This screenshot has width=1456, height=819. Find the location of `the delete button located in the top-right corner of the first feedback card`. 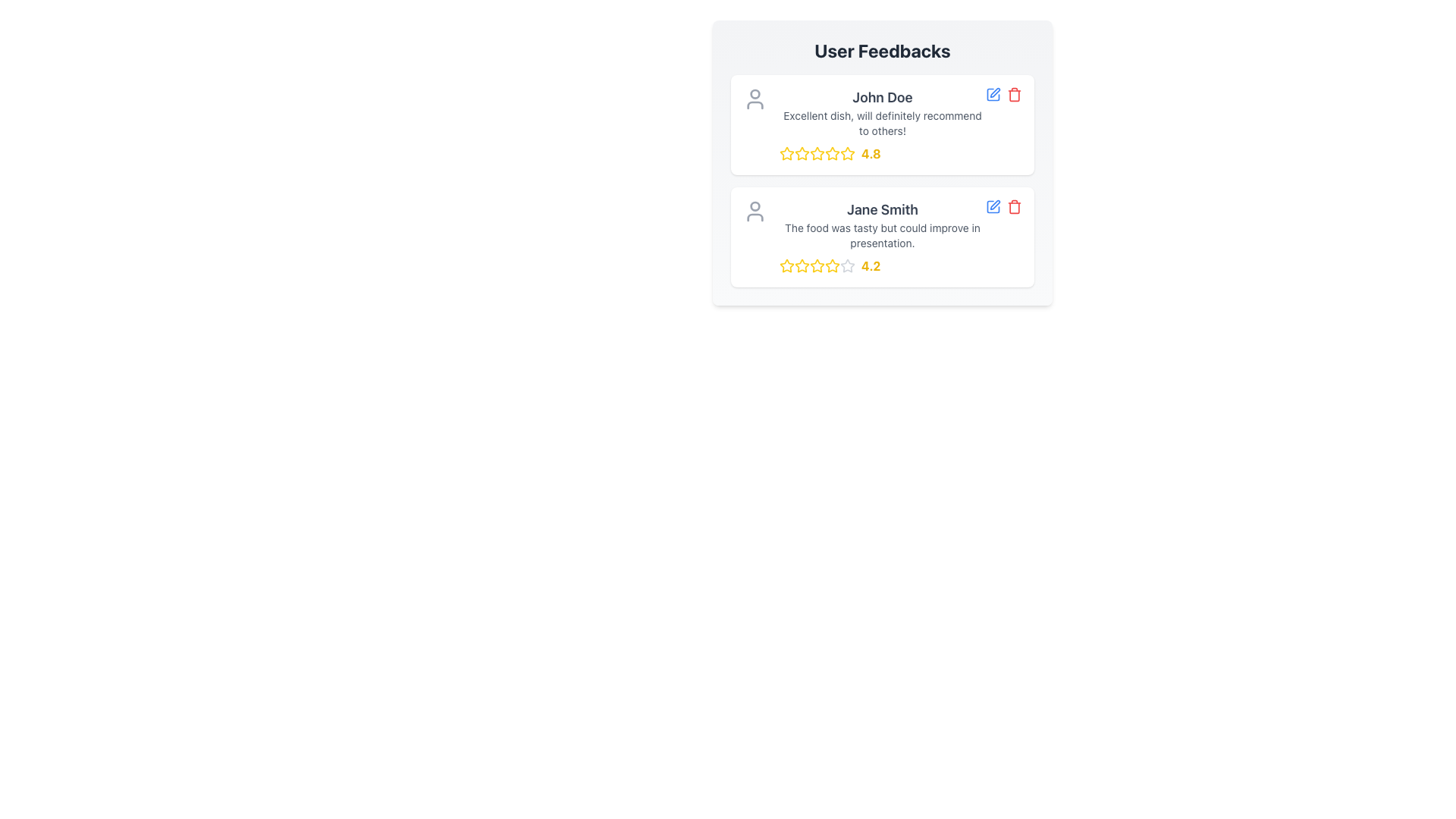

the delete button located in the top-right corner of the first feedback card is located at coordinates (1015, 94).